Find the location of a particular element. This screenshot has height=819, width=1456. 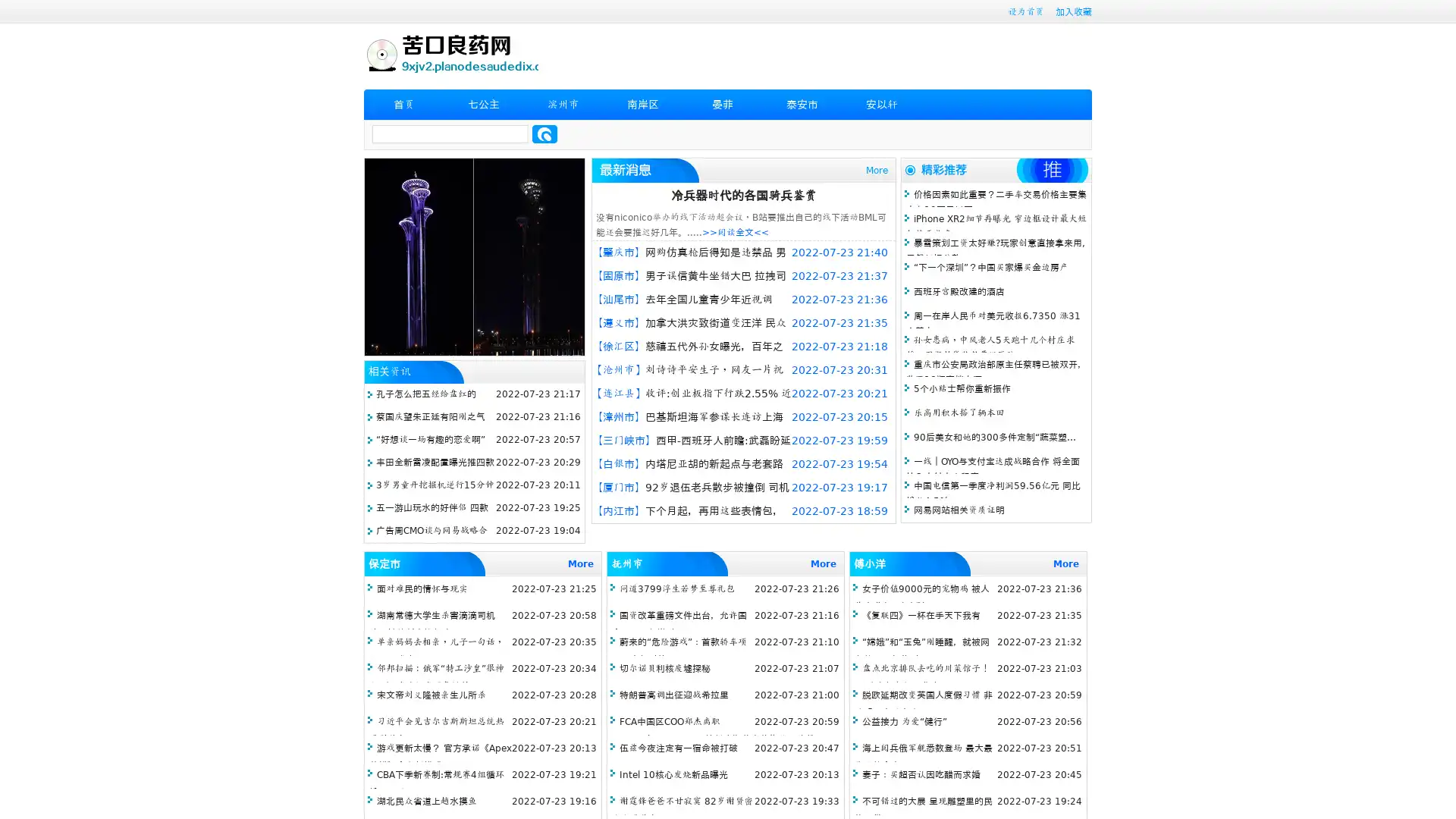

Search is located at coordinates (544, 133).